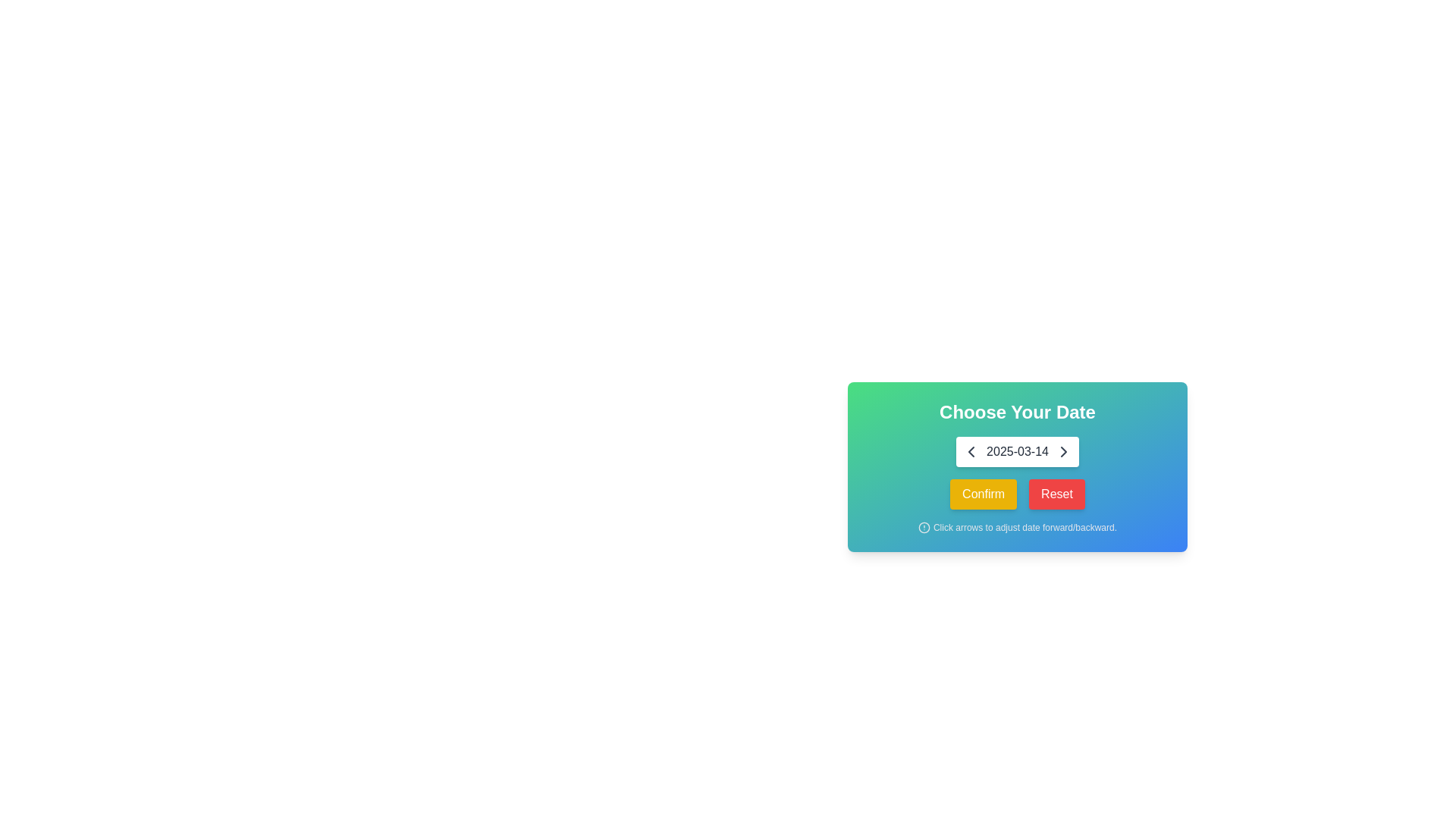 This screenshot has height=819, width=1456. What do you see at coordinates (971, 451) in the screenshot?
I see `the Interactive button with an arrow icon used for navigating to a previous date in the 'Choose Your Date' dialog box to observe hover effects` at bounding box center [971, 451].